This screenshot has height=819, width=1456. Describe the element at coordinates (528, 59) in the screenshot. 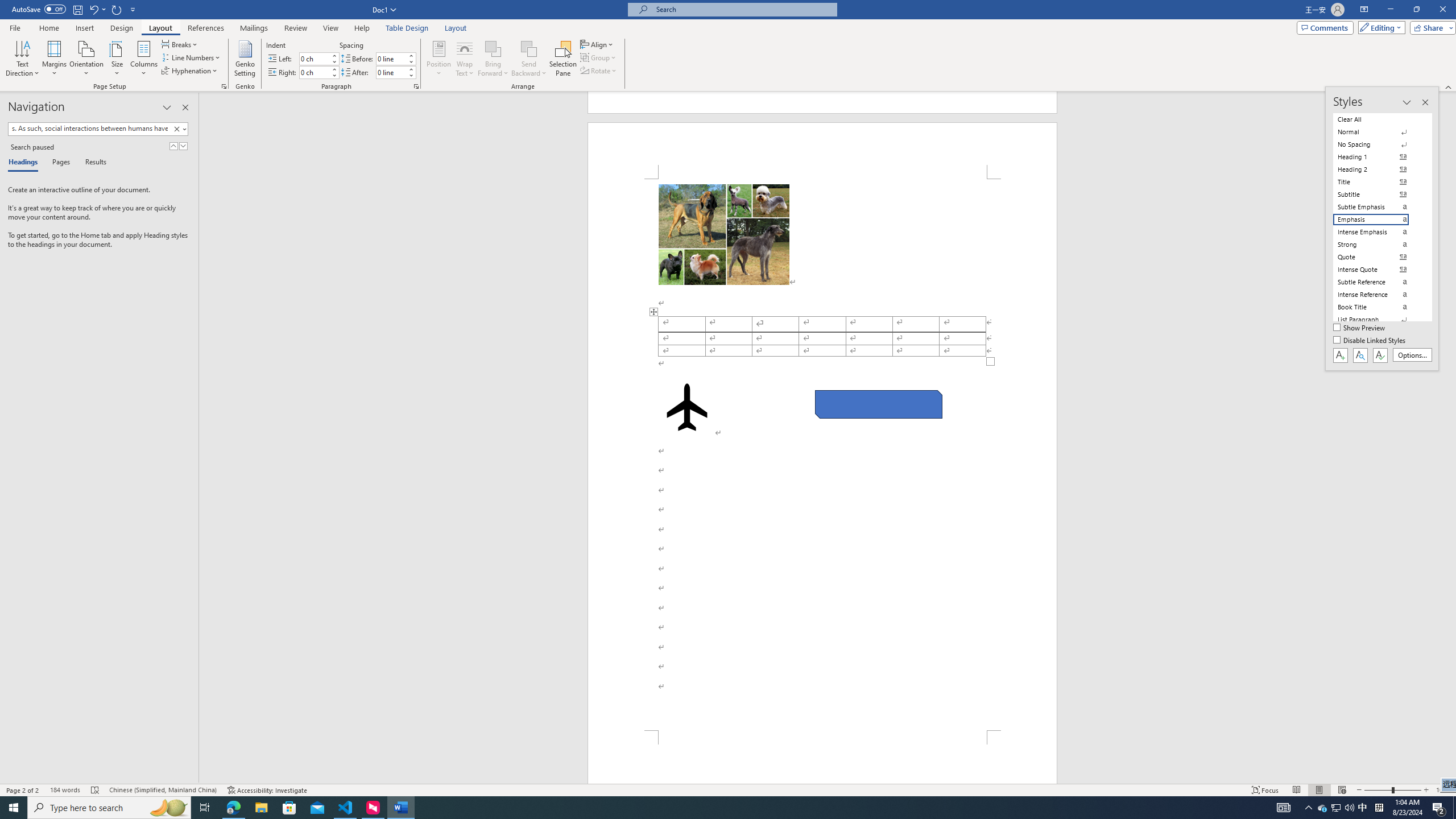

I see `'Send Backward'` at that location.